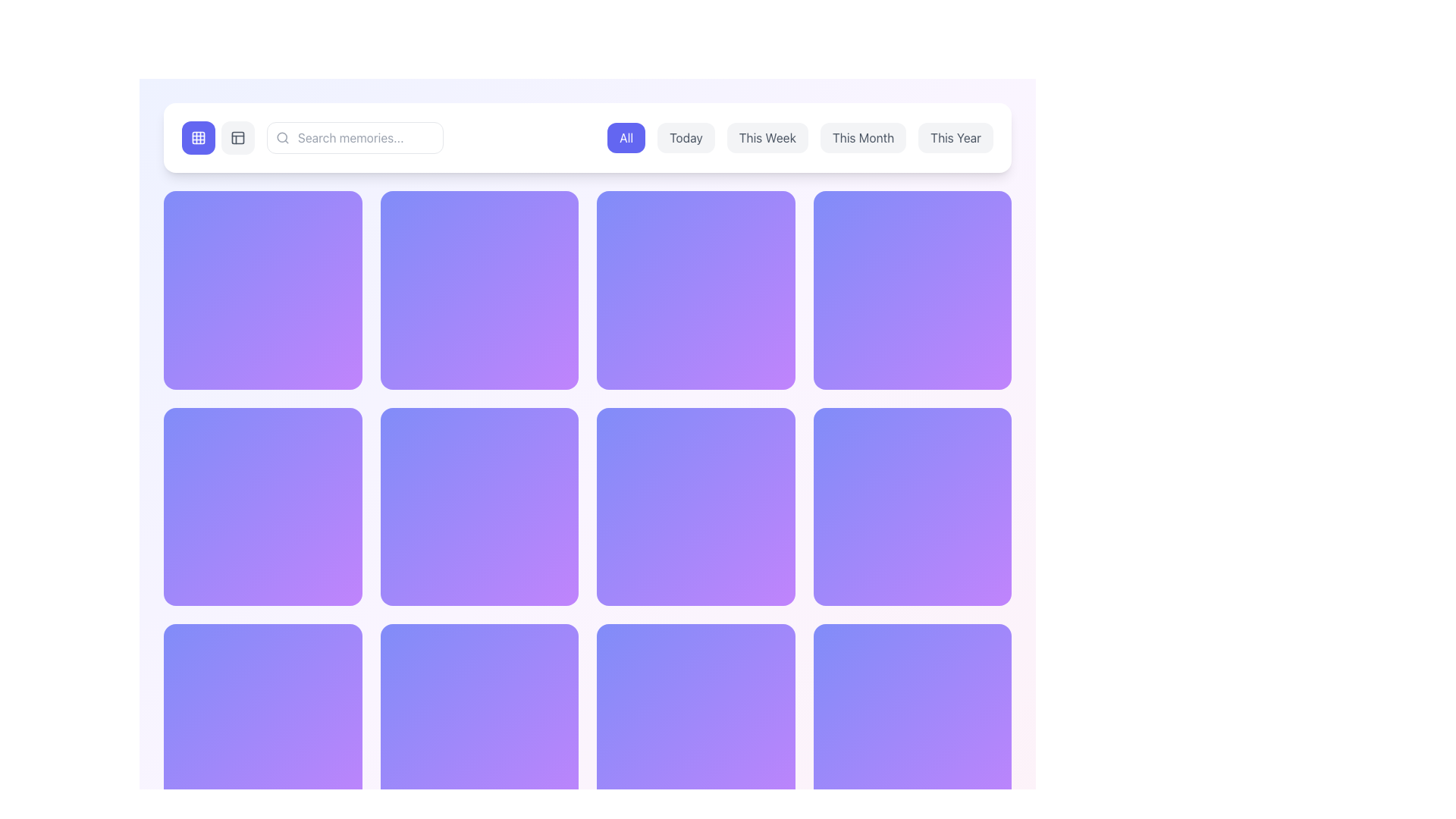 Image resolution: width=1456 pixels, height=819 pixels. What do you see at coordinates (626, 137) in the screenshot?
I see `the 'All' button located in the top center of the interface to apply the 'All' filter` at bounding box center [626, 137].